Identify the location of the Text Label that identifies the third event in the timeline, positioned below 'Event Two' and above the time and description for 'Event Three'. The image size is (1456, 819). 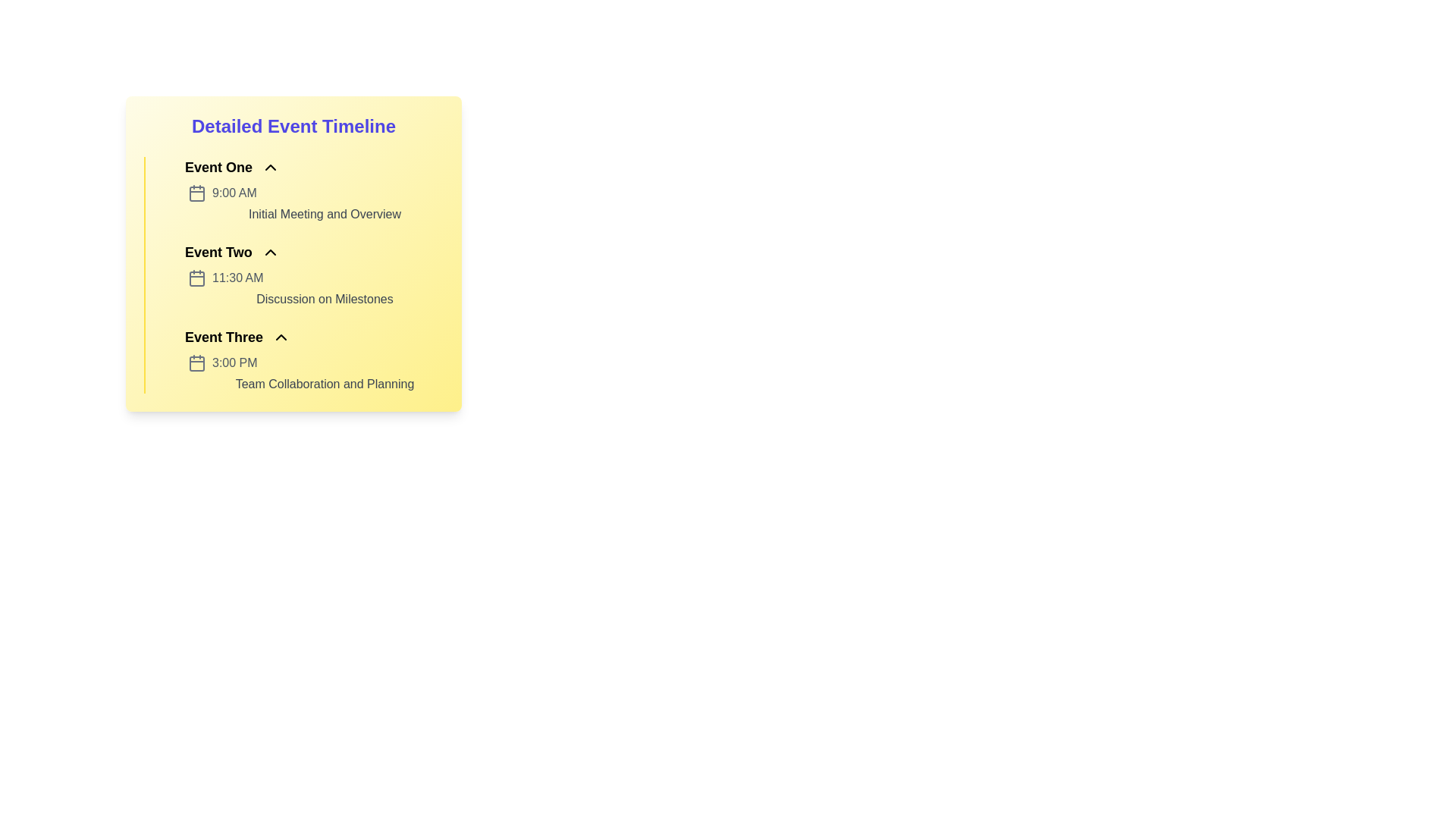
(223, 336).